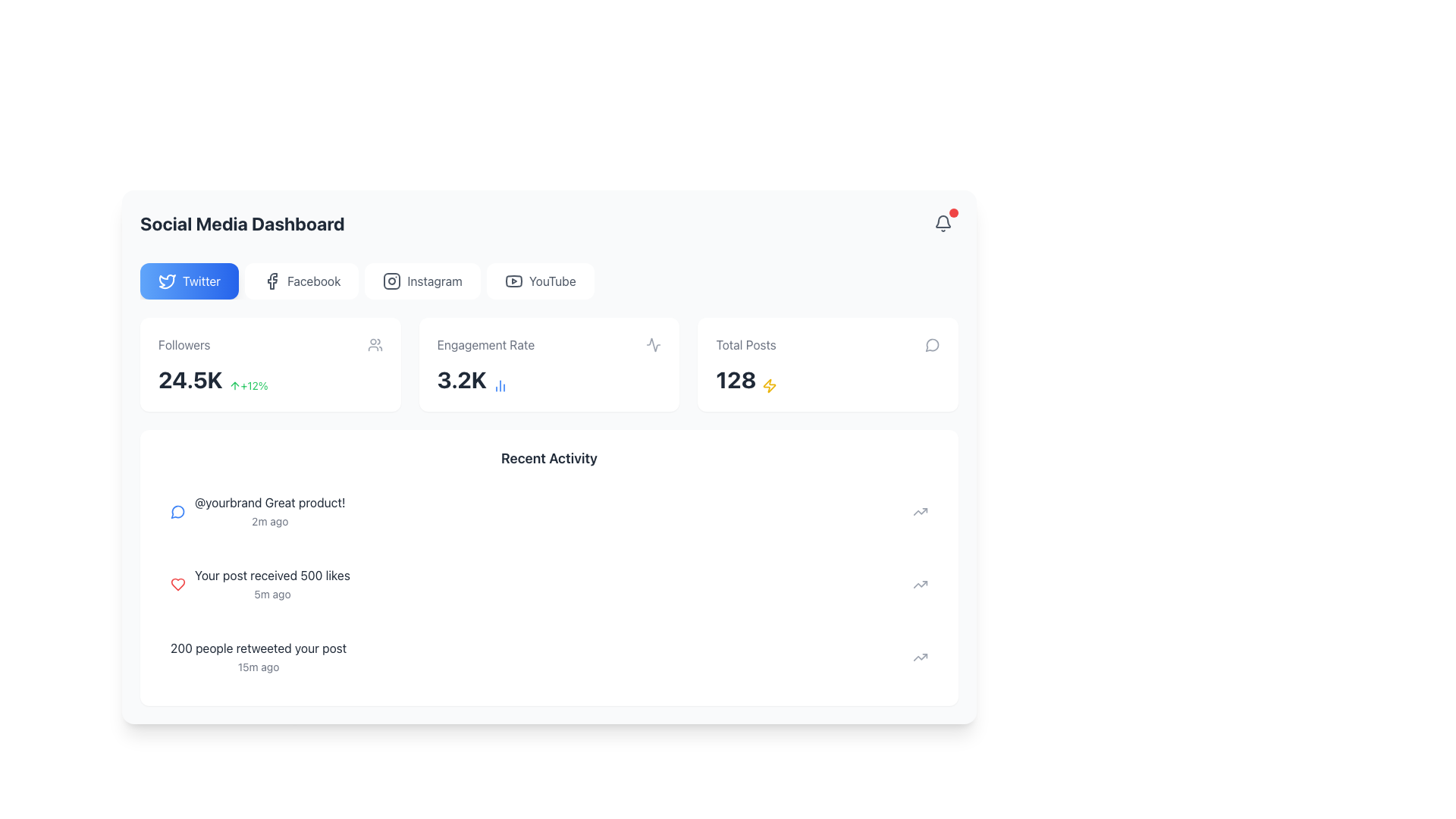 The width and height of the screenshot is (1456, 819). I want to click on the comment or messaging icon located in the 'Recent Activity' section, so click(177, 512).